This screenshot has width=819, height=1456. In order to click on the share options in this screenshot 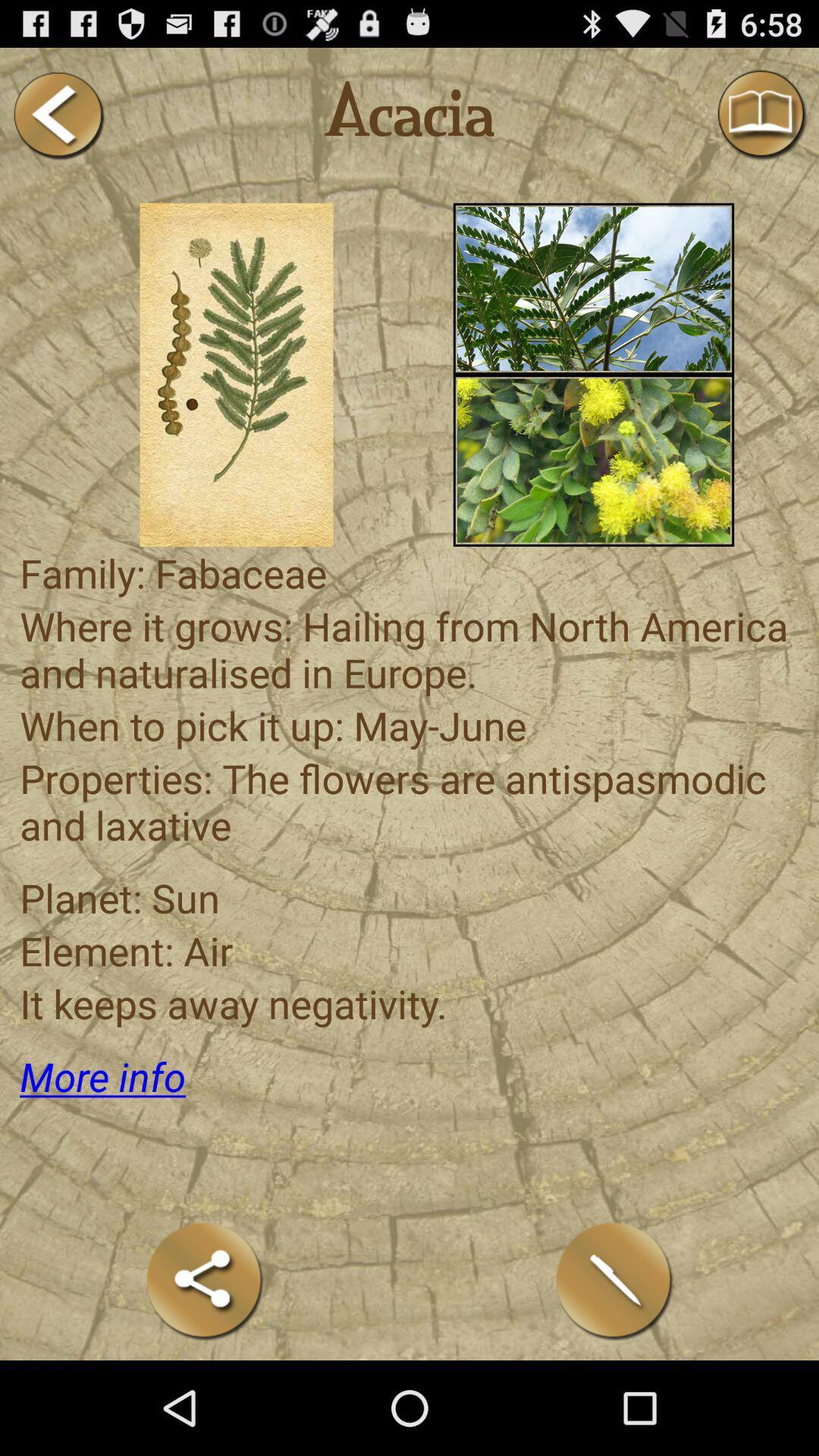, I will do `click(205, 1280)`.